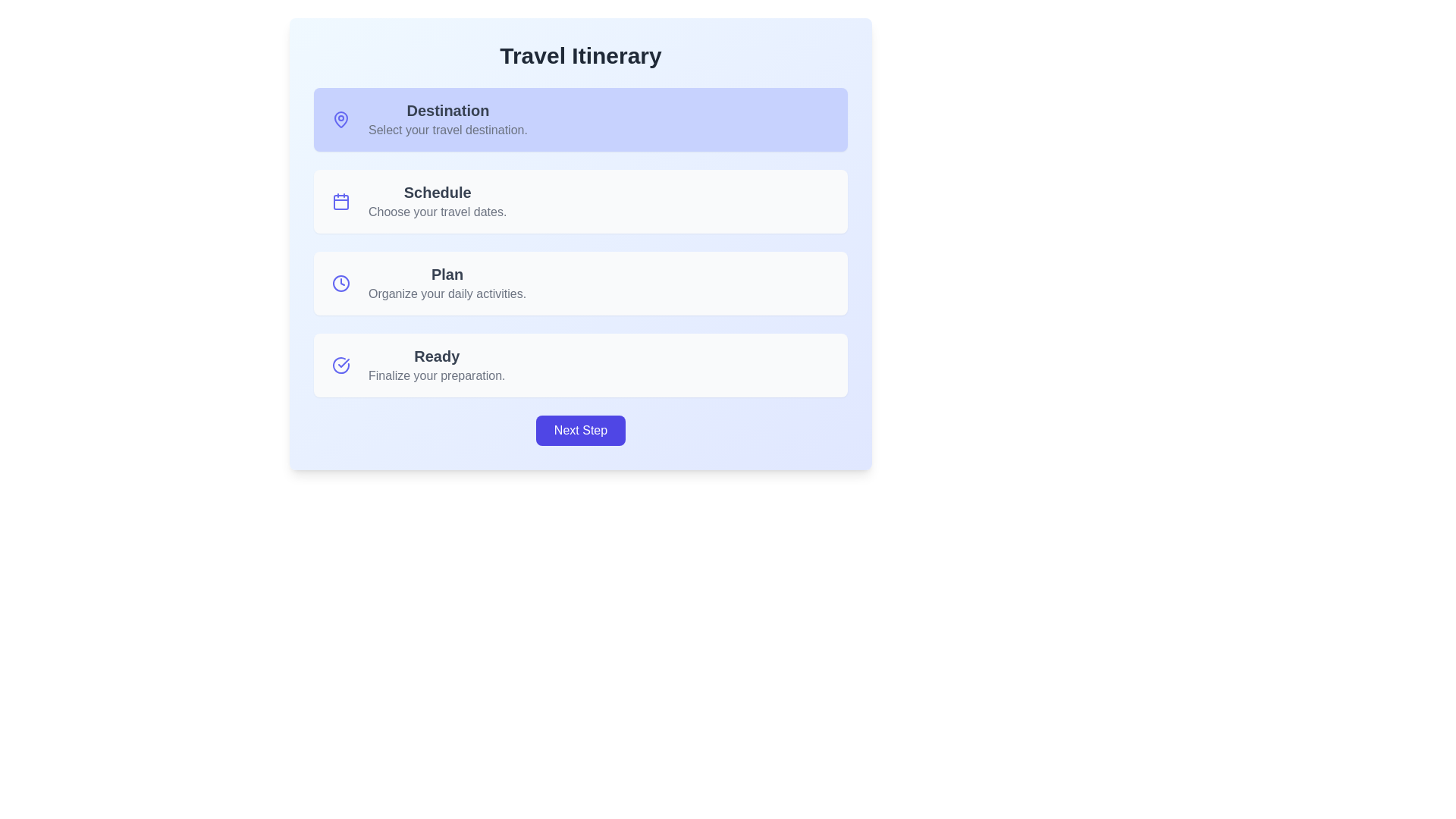  Describe the element at coordinates (447, 119) in the screenshot. I see `the informational label for selecting a travel destination, which includes a map pin icon on its left side and is positioned at the top of the interface` at that location.